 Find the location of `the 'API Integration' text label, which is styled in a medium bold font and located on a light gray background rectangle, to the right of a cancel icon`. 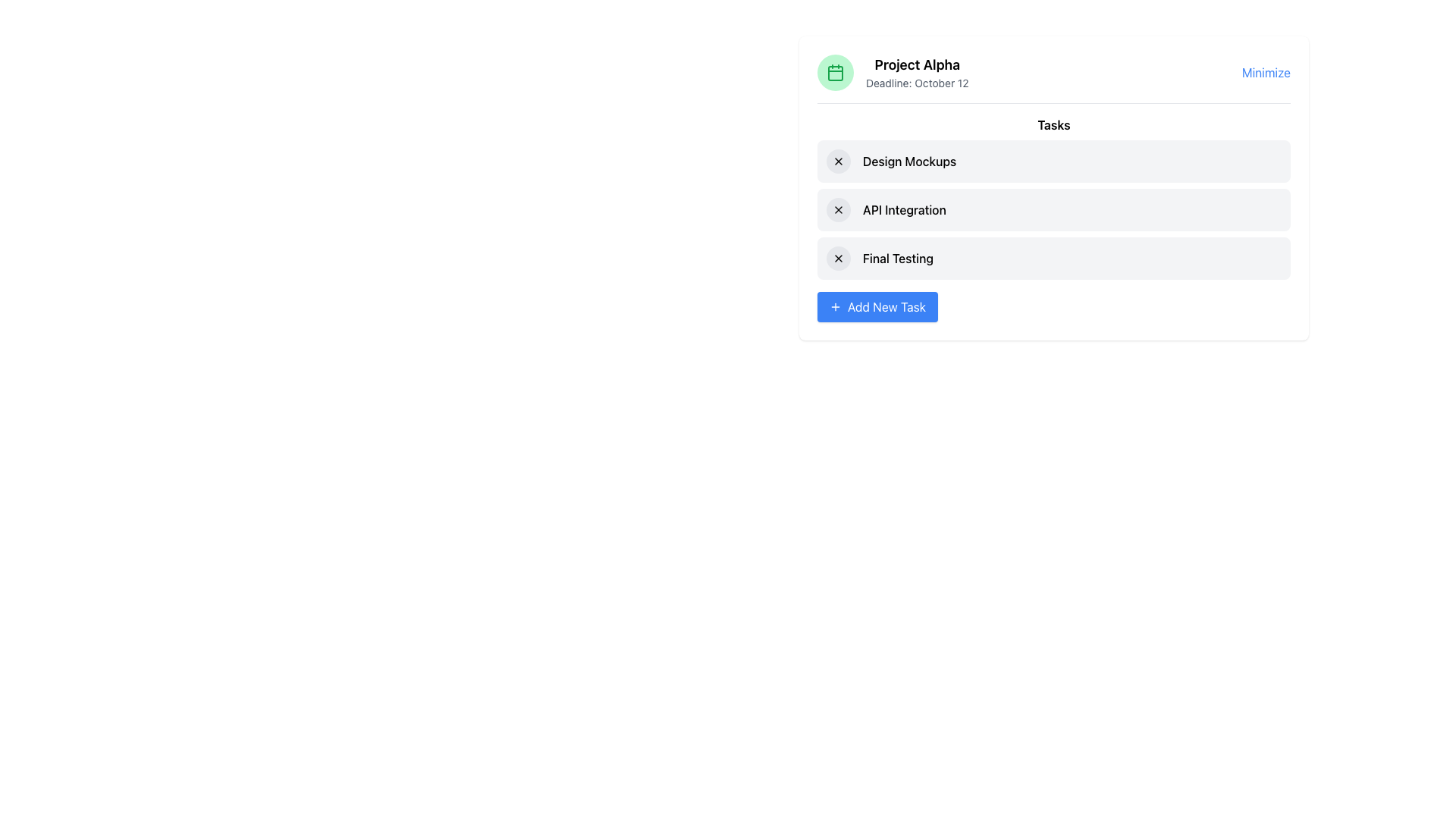

the 'API Integration' text label, which is styled in a medium bold font and located on a light gray background rectangle, to the right of a cancel icon is located at coordinates (904, 210).